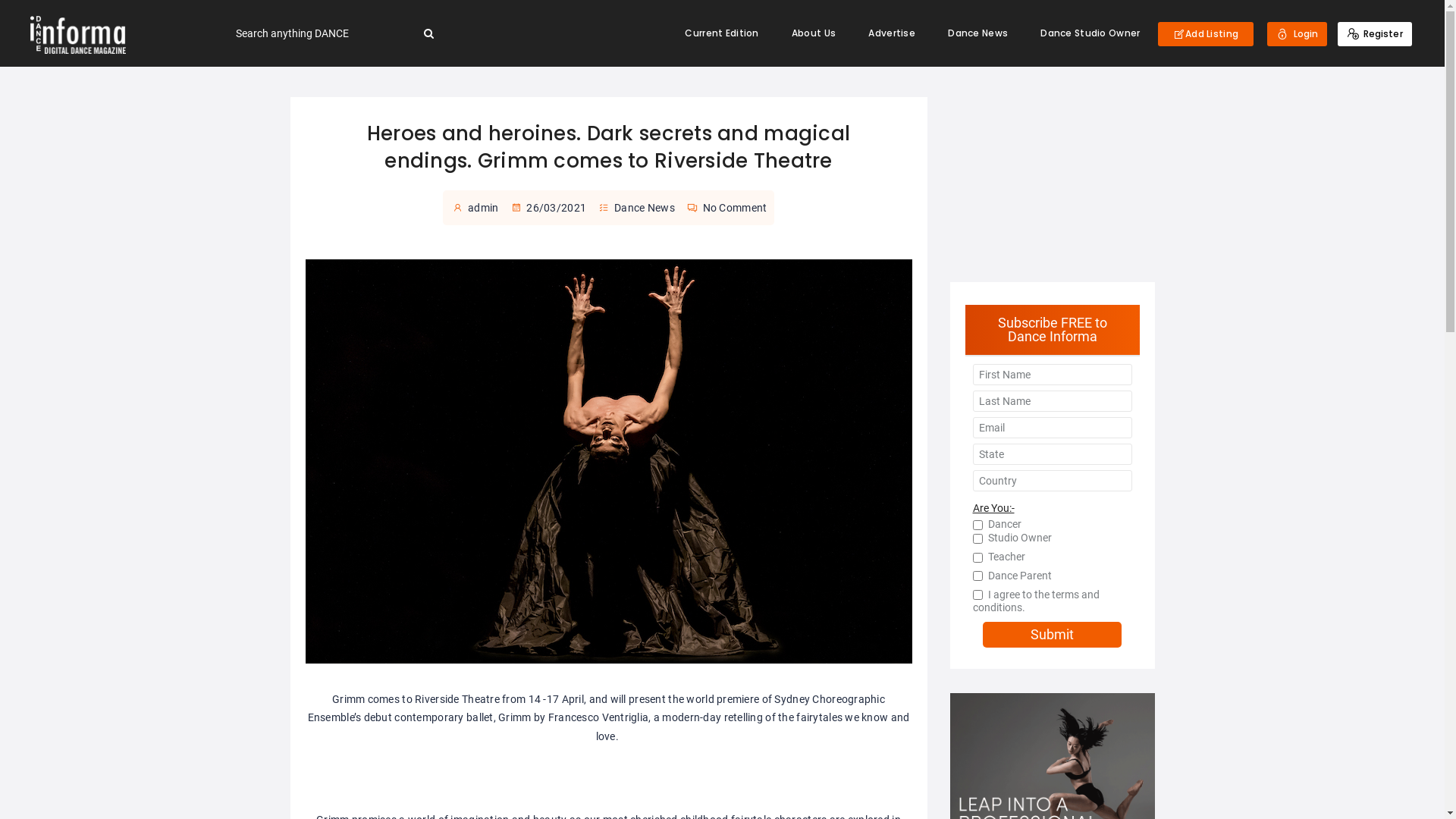 This screenshot has height=819, width=1456. What do you see at coordinates (720, 33) in the screenshot?
I see `'Current Edition'` at bounding box center [720, 33].